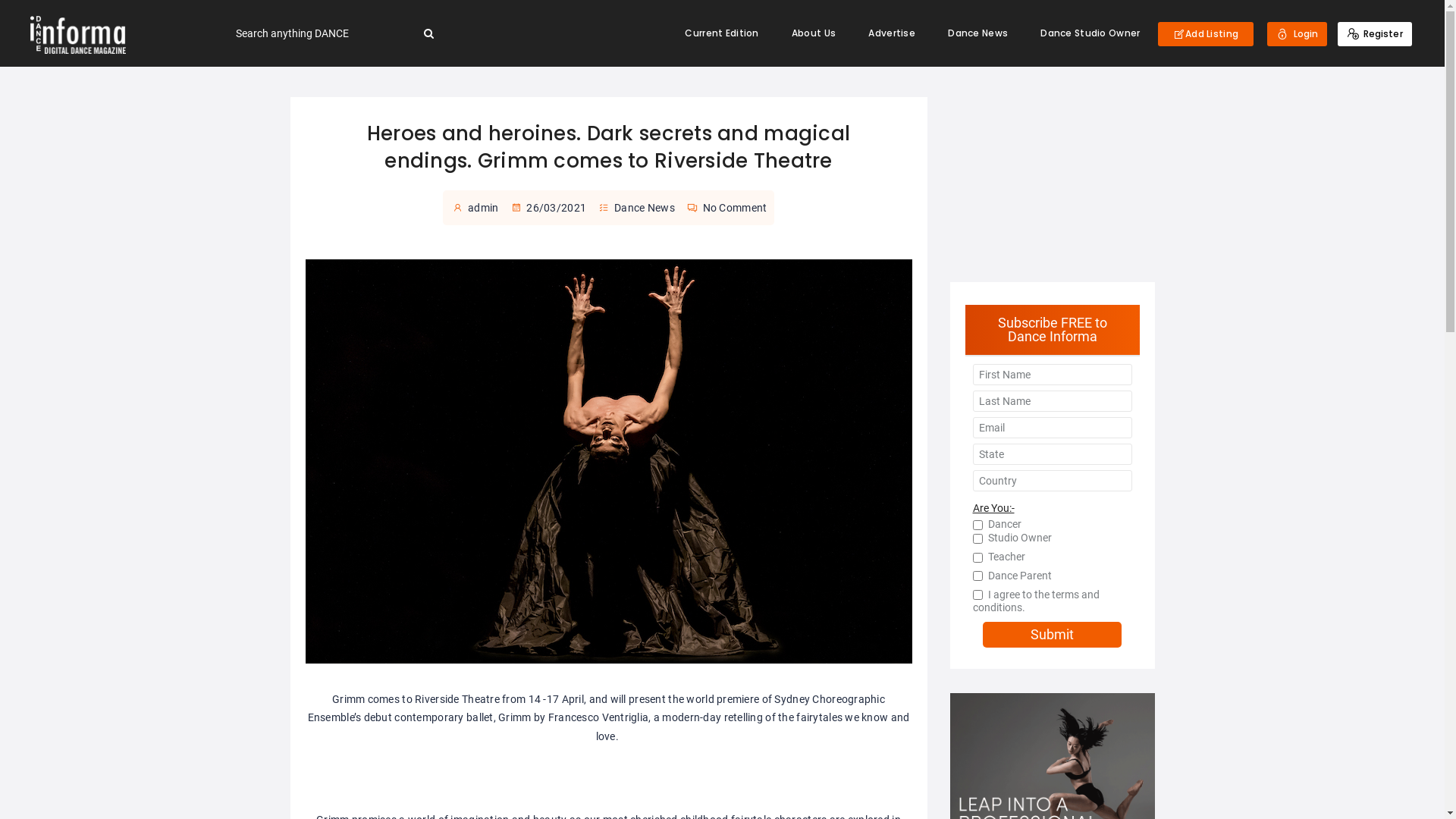 This screenshot has height=819, width=1456. What do you see at coordinates (720, 33) in the screenshot?
I see `'Current Edition'` at bounding box center [720, 33].